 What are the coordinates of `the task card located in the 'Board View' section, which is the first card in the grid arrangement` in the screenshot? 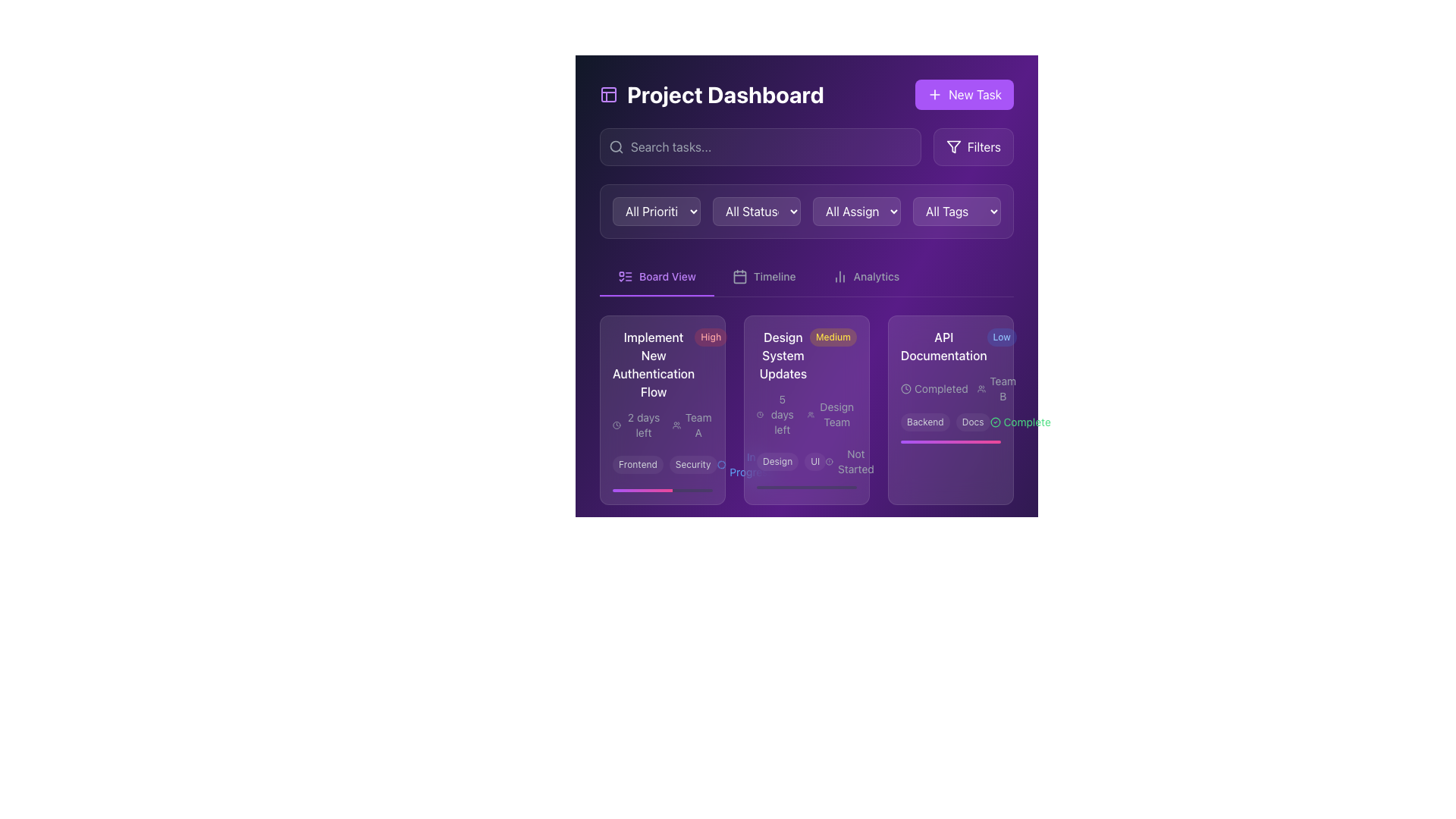 It's located at (662, 409).